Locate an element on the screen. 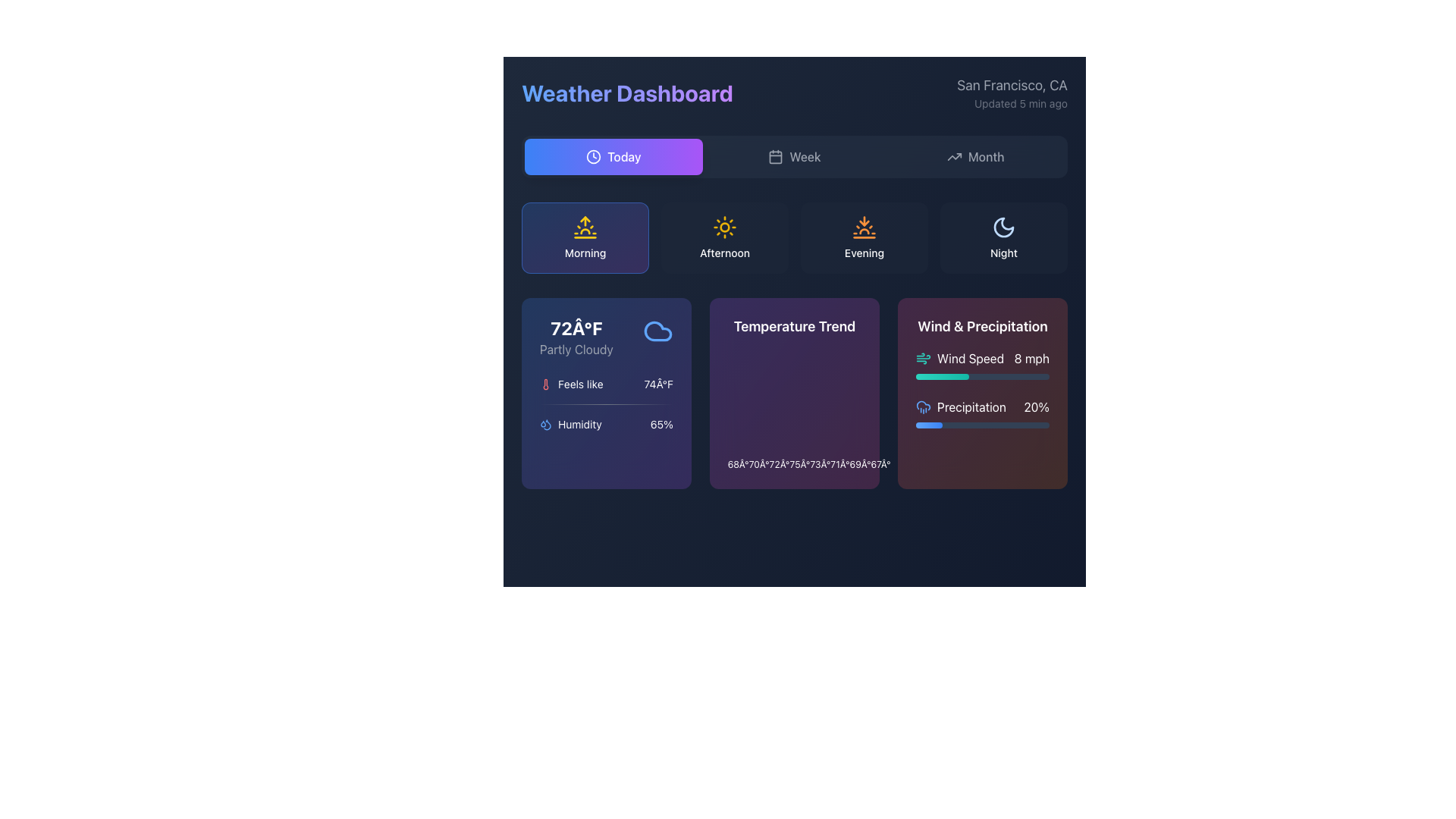 The width and height of the screenshot is (1456, 819). displayed wind speed value from the informational display card section showing 'Wind Speed' and '8 mph' in the Weather Dashboard is located at coordinates (983, 365).